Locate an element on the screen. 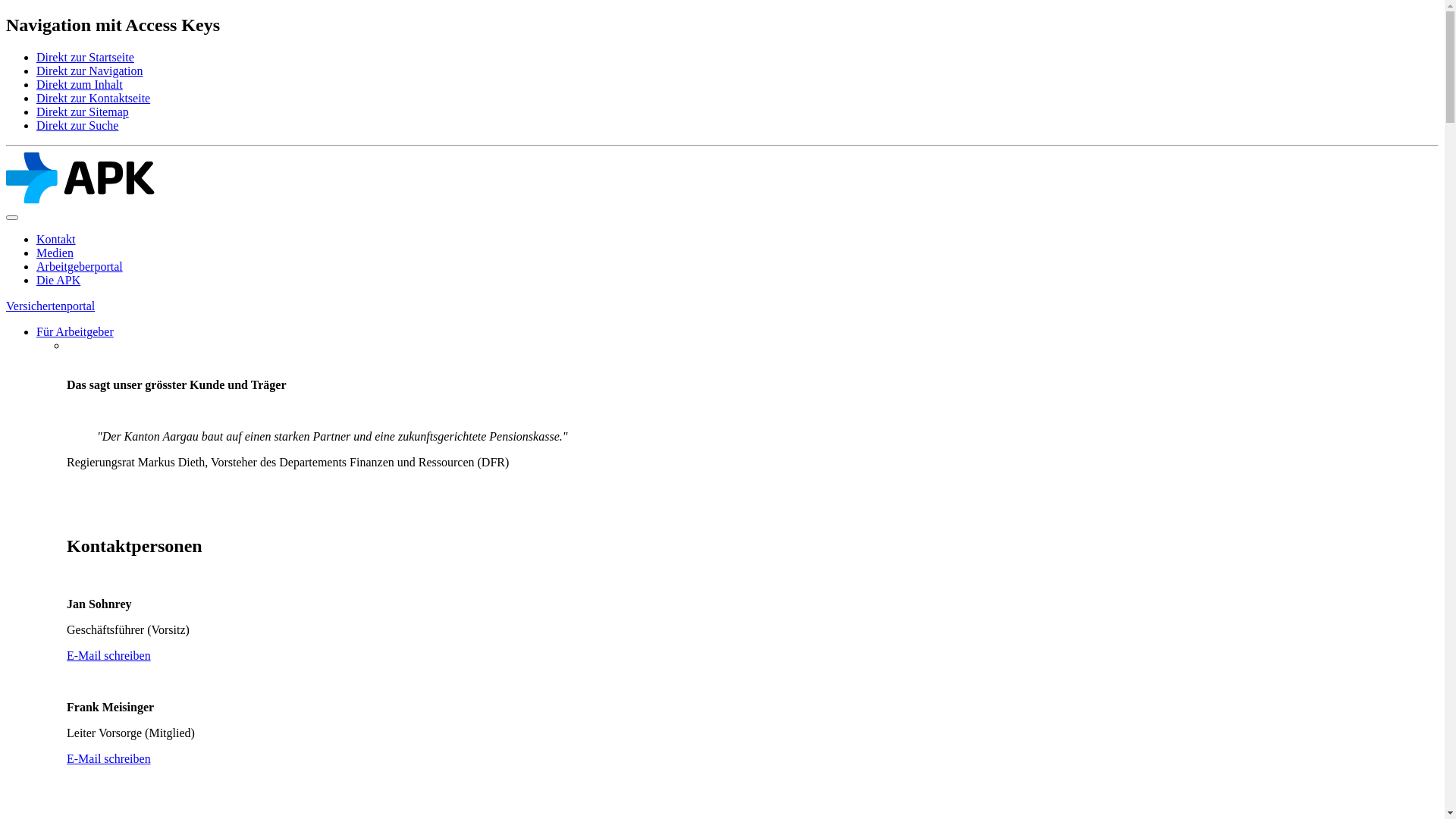 This screenshot has height=819, width=1456. 'E-Mail schreiben' is located at coordinates (108, 654).